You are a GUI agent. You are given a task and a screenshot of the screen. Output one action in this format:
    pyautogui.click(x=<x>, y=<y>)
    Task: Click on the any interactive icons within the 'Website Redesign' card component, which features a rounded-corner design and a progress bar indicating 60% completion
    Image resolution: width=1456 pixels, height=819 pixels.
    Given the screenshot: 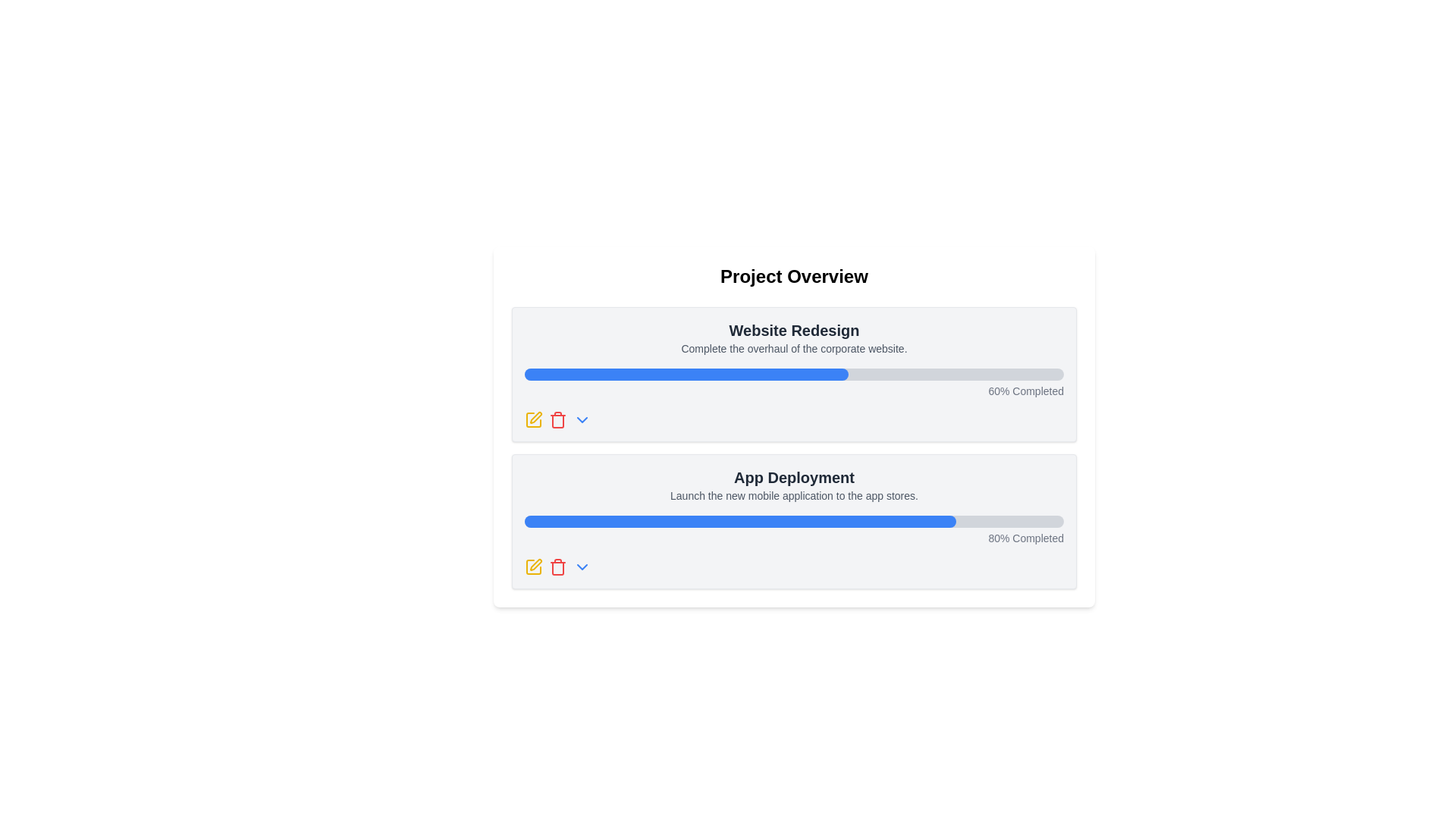 What is the action you would take?
    pyautogui.click(x=793, y=374)
    